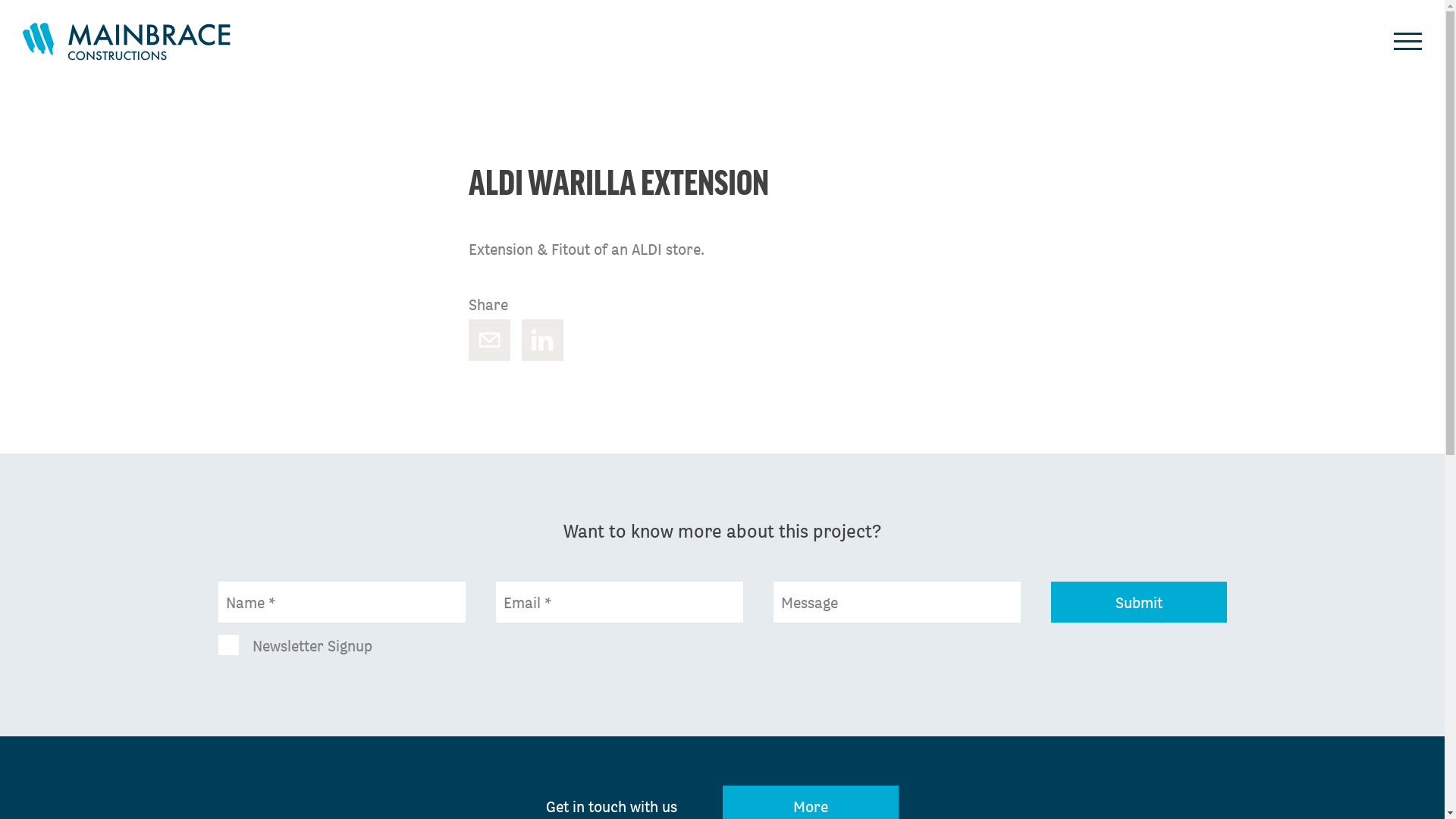 This screenshot has height=819, width=1456. Describe the element at coordinates (1139, 601) in the screenshot. I see `'Submit'` at that location.